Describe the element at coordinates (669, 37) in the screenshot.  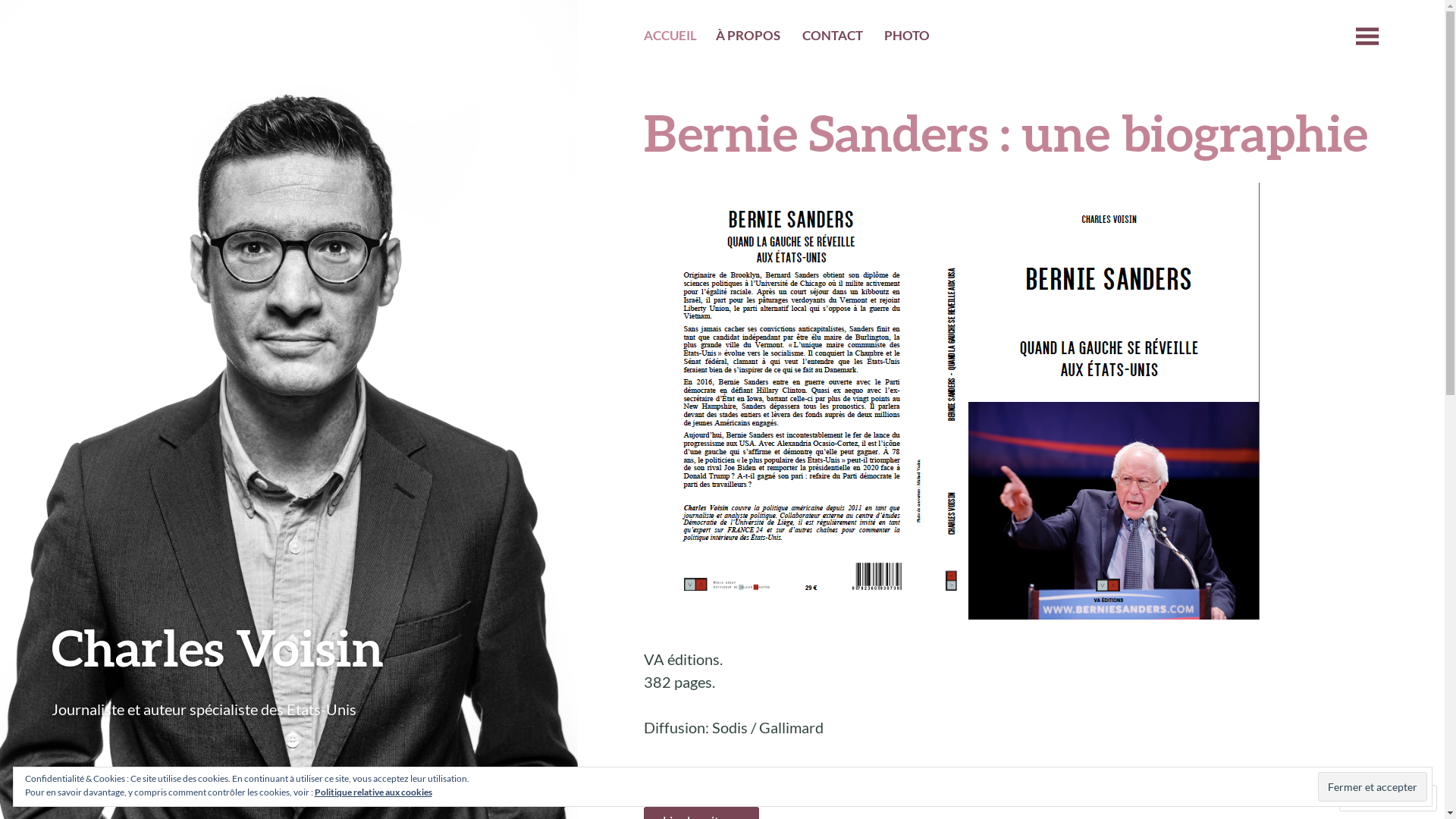
I see `'ACCUEIL'` at that location.